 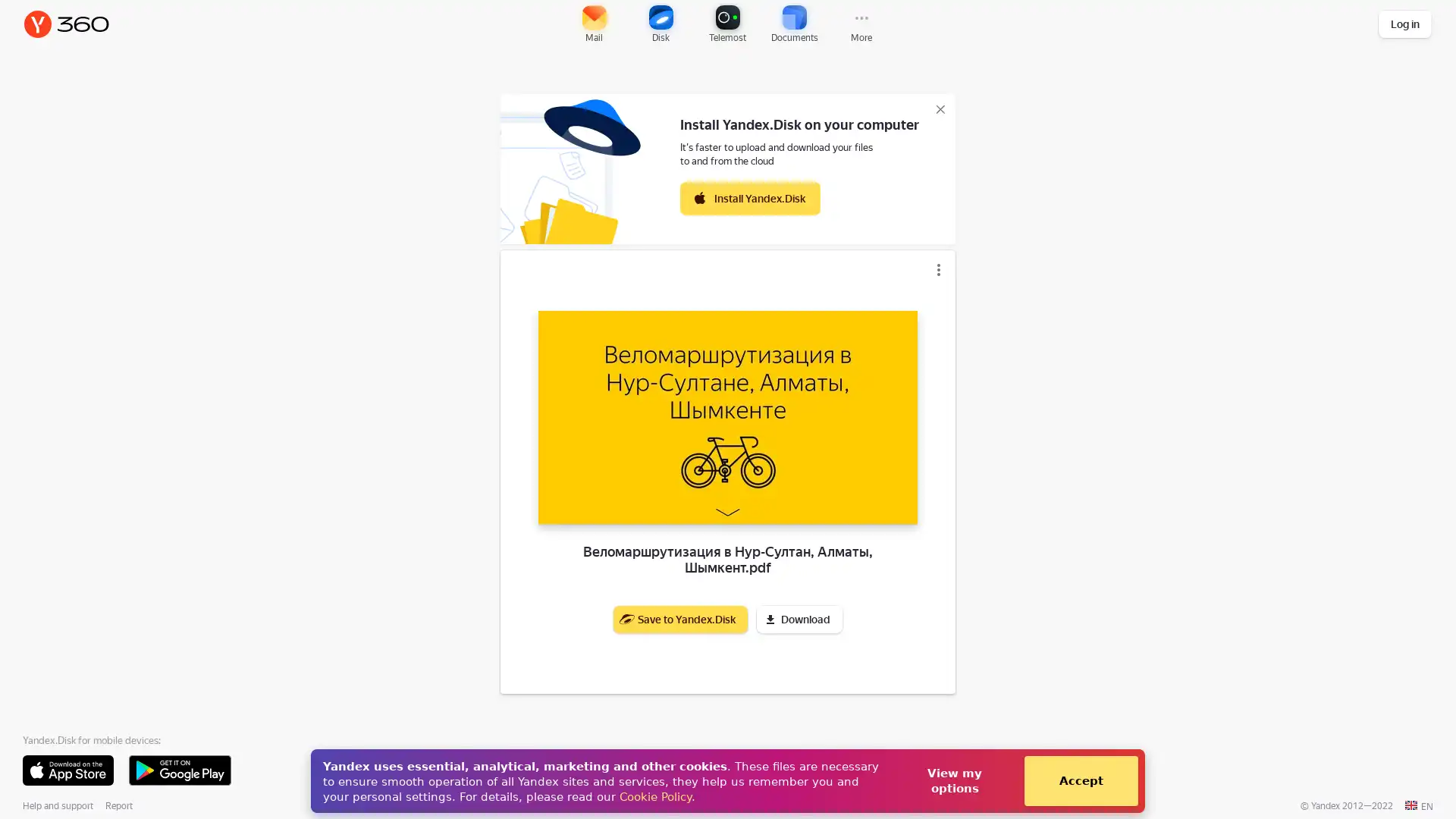 What do you see at coordinates (860, 24) in the screenshot?
I see `More` at bounding box center [860, 24].